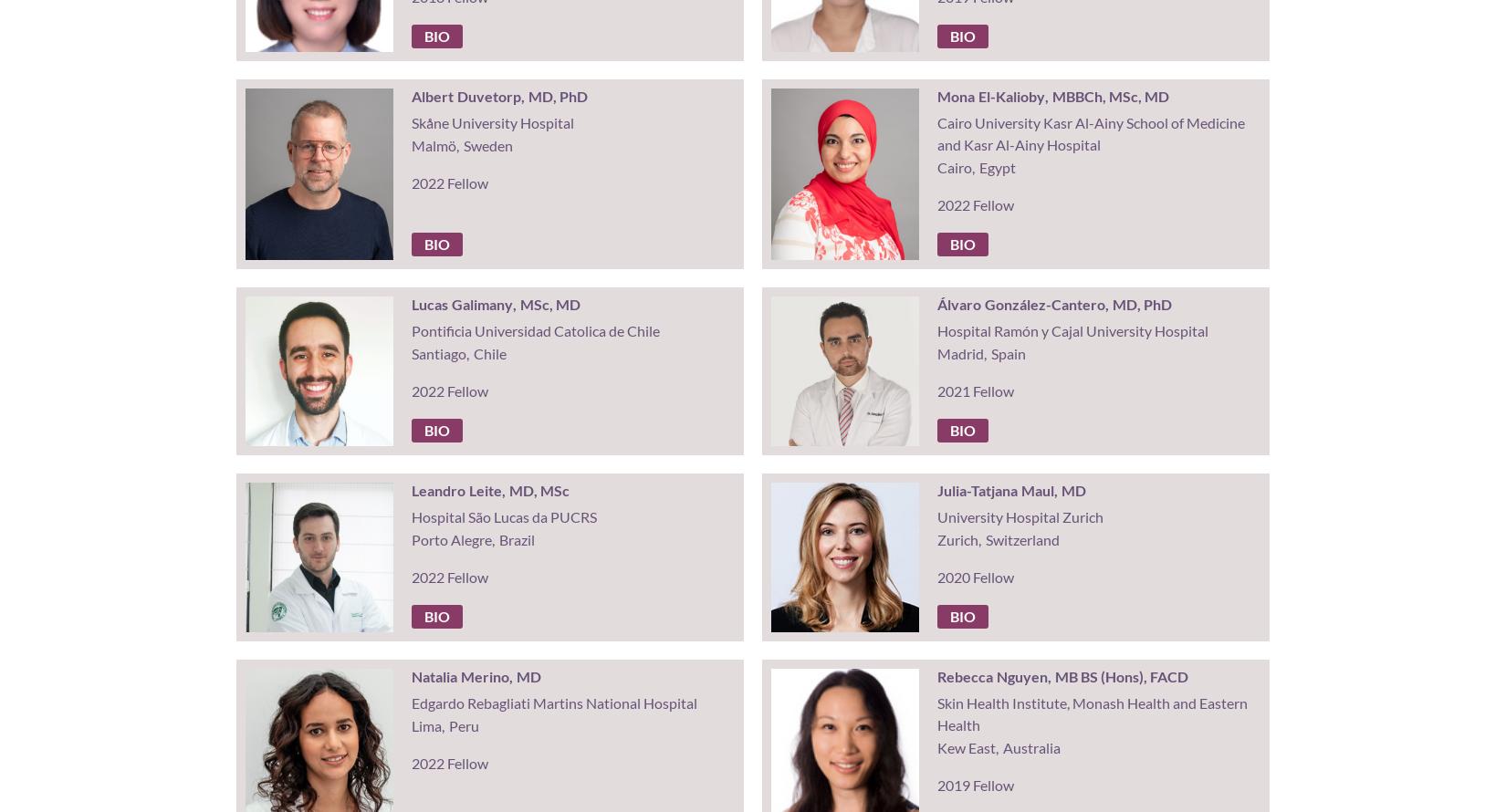 This screenshot has width=1506, height=812. Describe the element at coordinates (409, 95) in the screenshot. I see `'Albert'` at that location.